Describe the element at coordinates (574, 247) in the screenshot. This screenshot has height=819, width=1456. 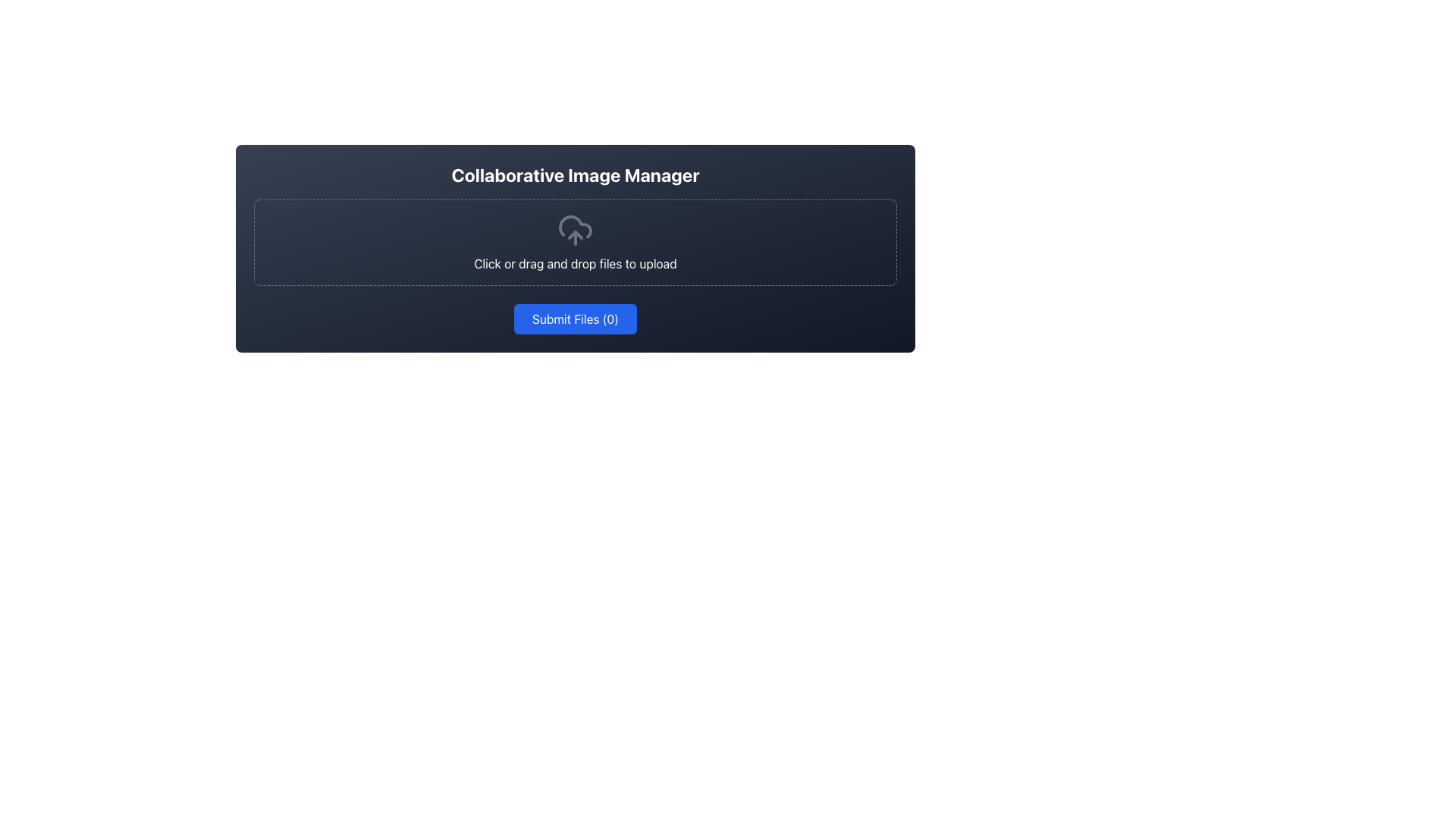
I see `and drop files into the interactive file upload area located centrally in the application layout, positioned below the header` at that location.